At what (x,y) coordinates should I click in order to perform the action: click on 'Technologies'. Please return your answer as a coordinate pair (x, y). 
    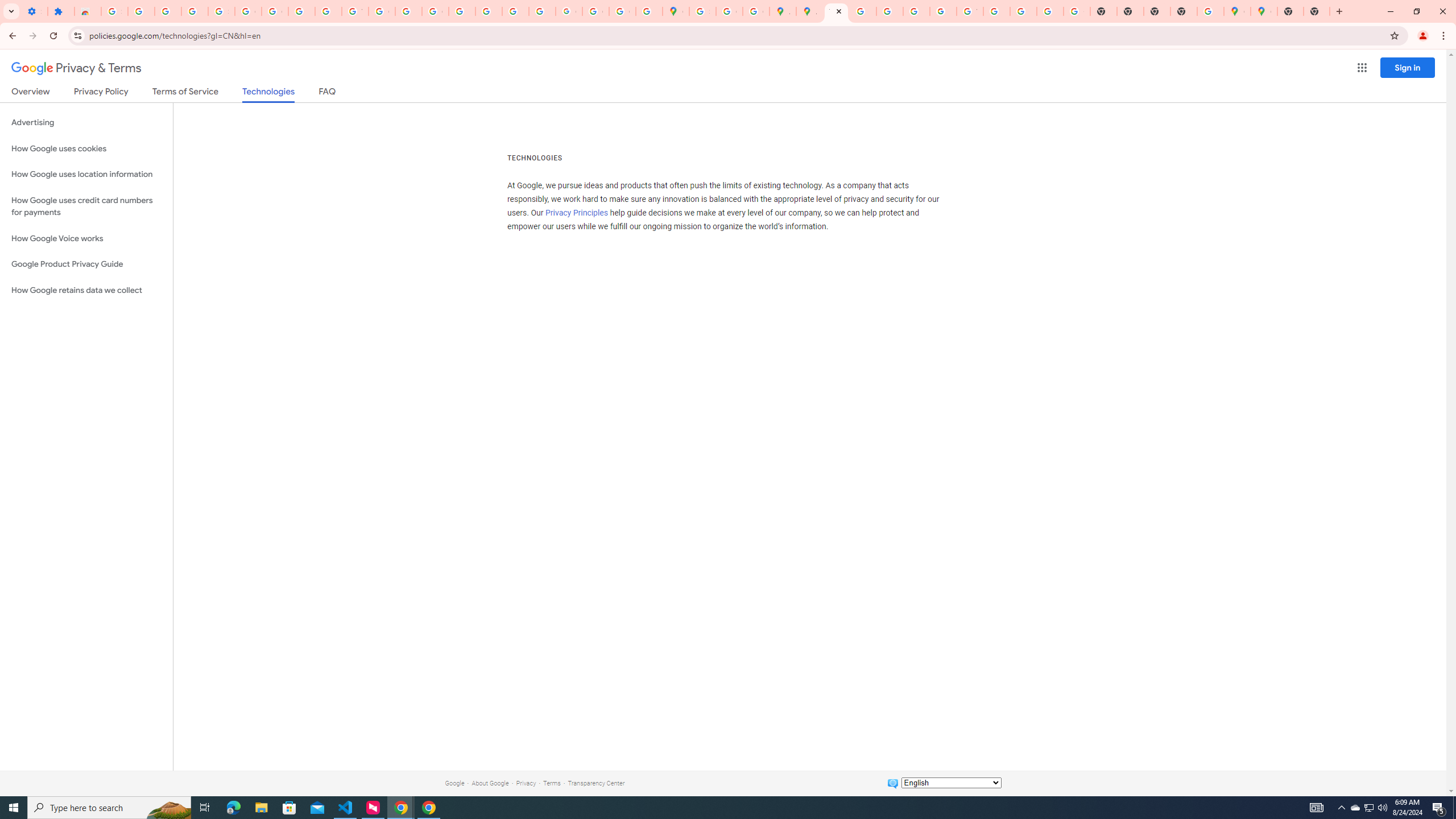
    Looking at the image, I should click on (268, 94).